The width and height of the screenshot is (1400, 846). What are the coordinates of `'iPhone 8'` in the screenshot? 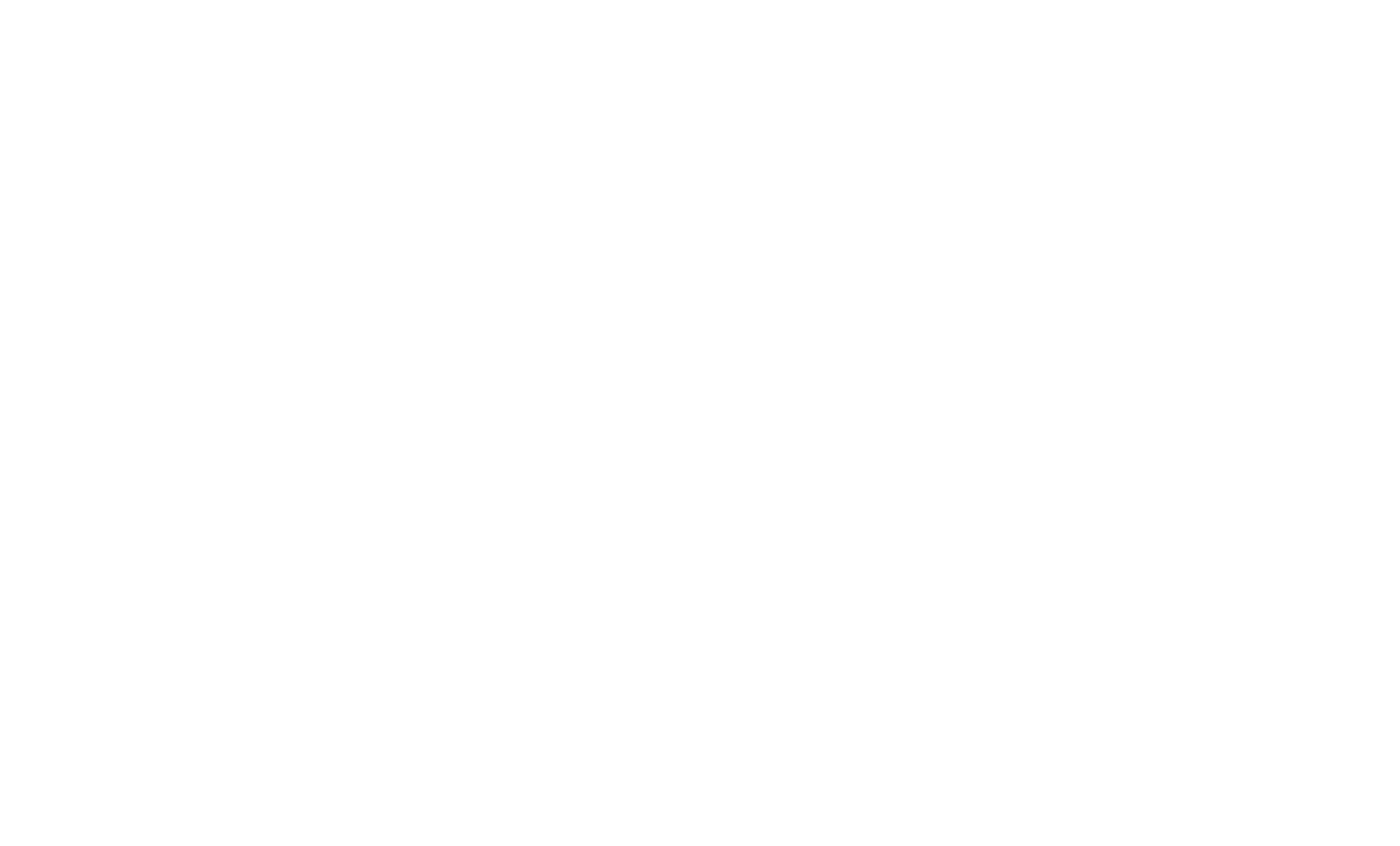 It's located at (443, 63).